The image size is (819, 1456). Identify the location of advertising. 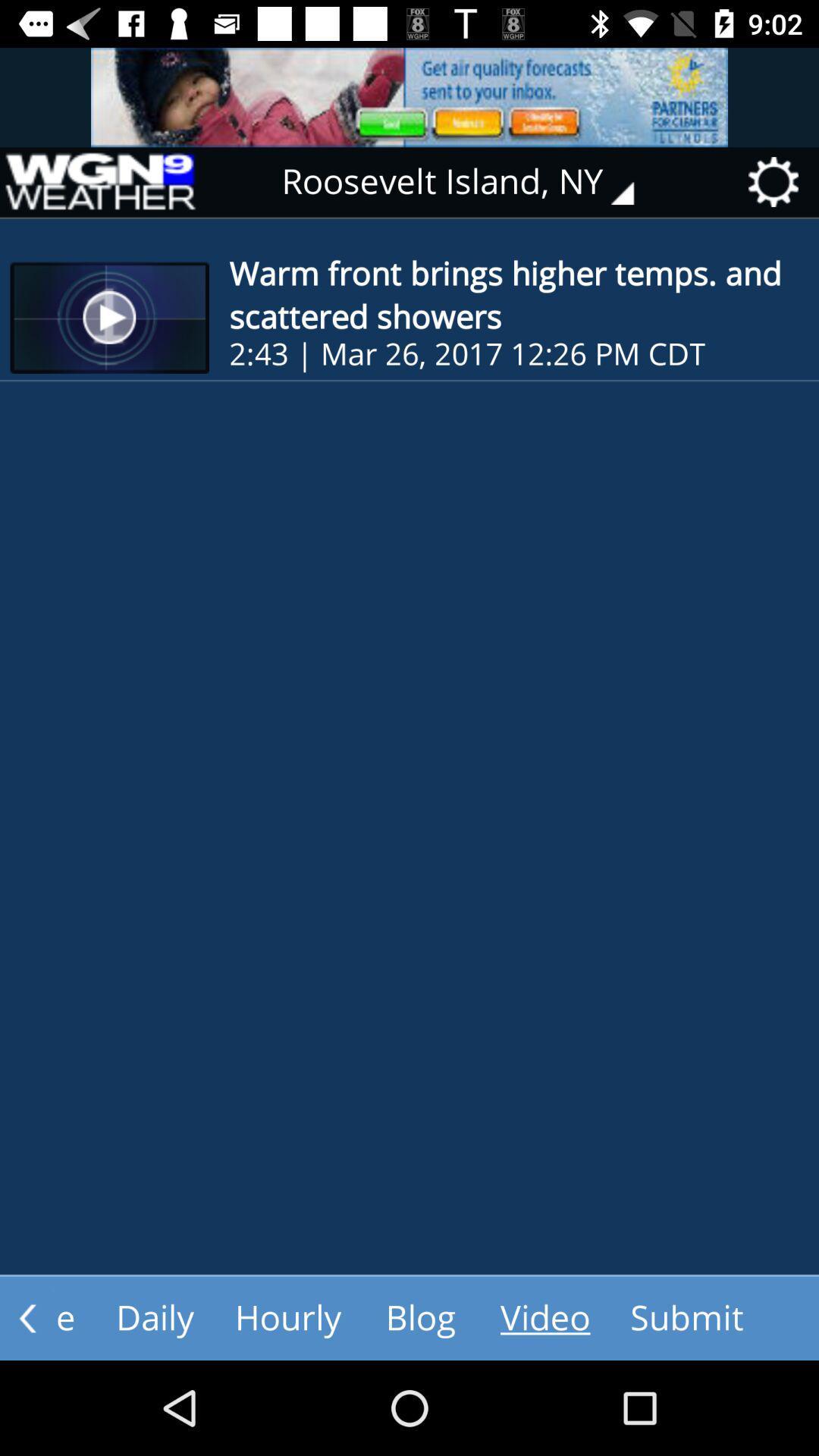
(409, 96).